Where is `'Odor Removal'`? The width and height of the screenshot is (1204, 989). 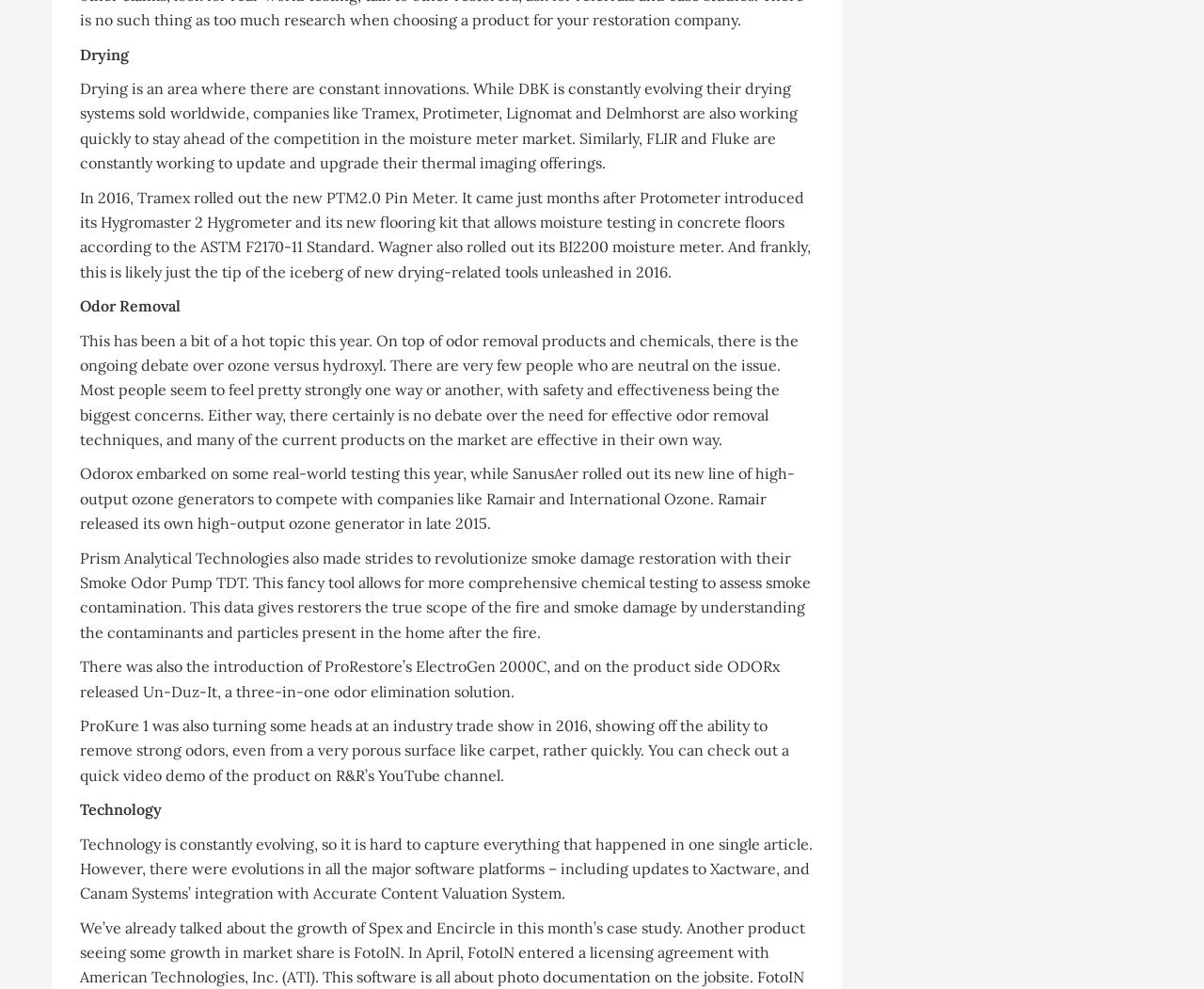
'Odor Removal' is located at coordinates (129, 305).